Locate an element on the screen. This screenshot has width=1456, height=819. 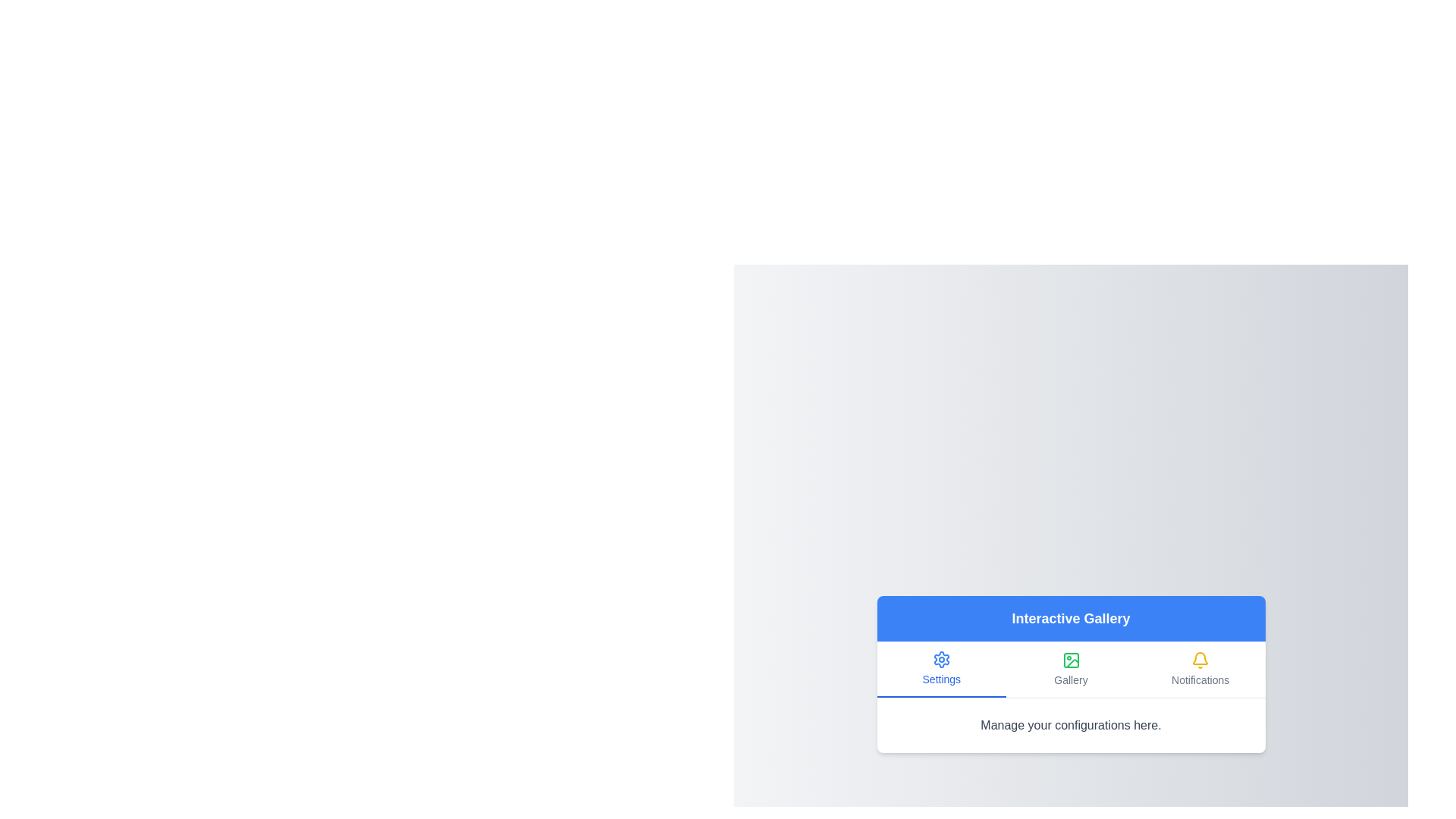
the tab labeled Notifications is located at coordinates (1200, 668).